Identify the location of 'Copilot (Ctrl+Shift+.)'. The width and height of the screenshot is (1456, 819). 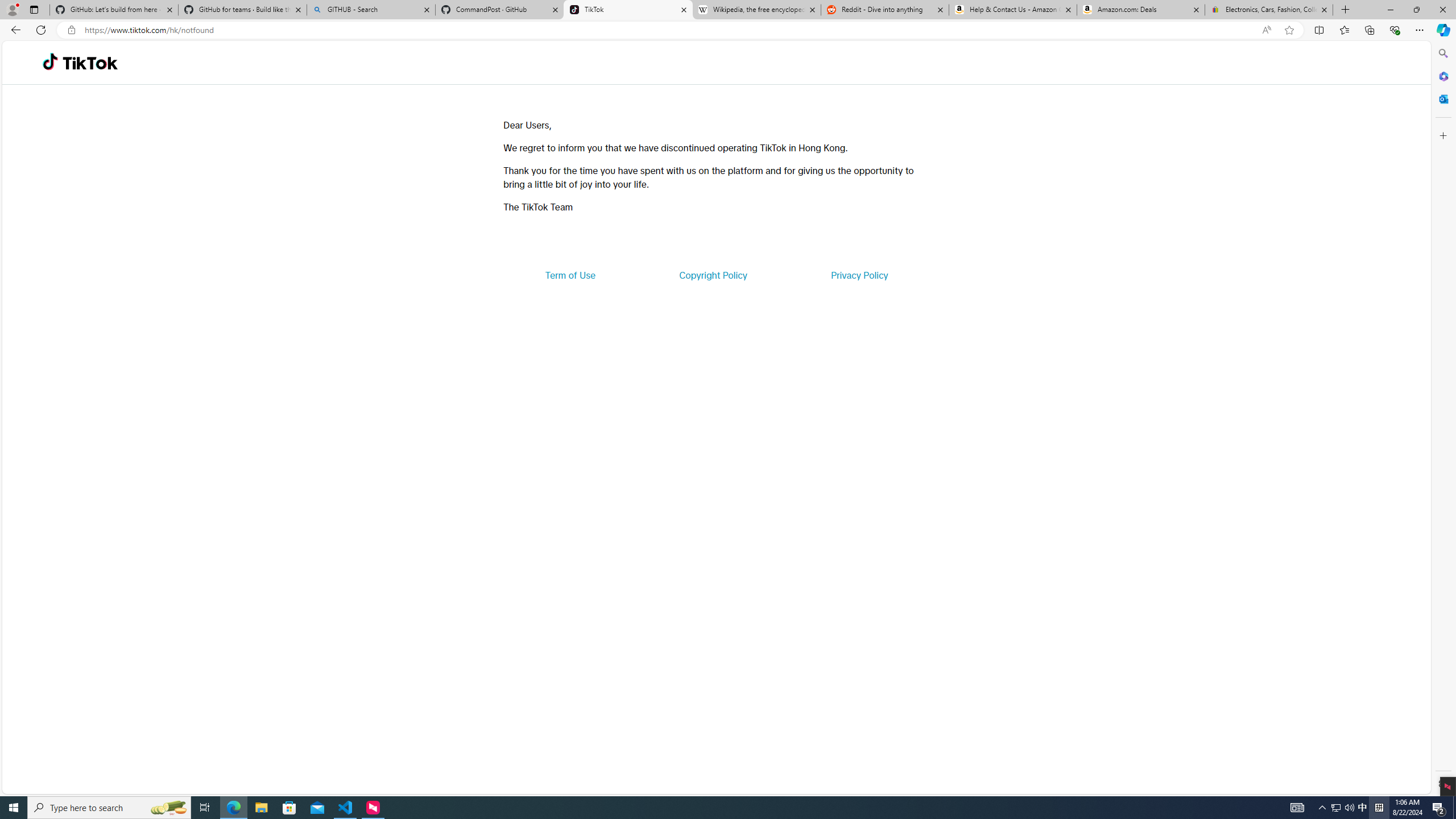
(1442, 29).